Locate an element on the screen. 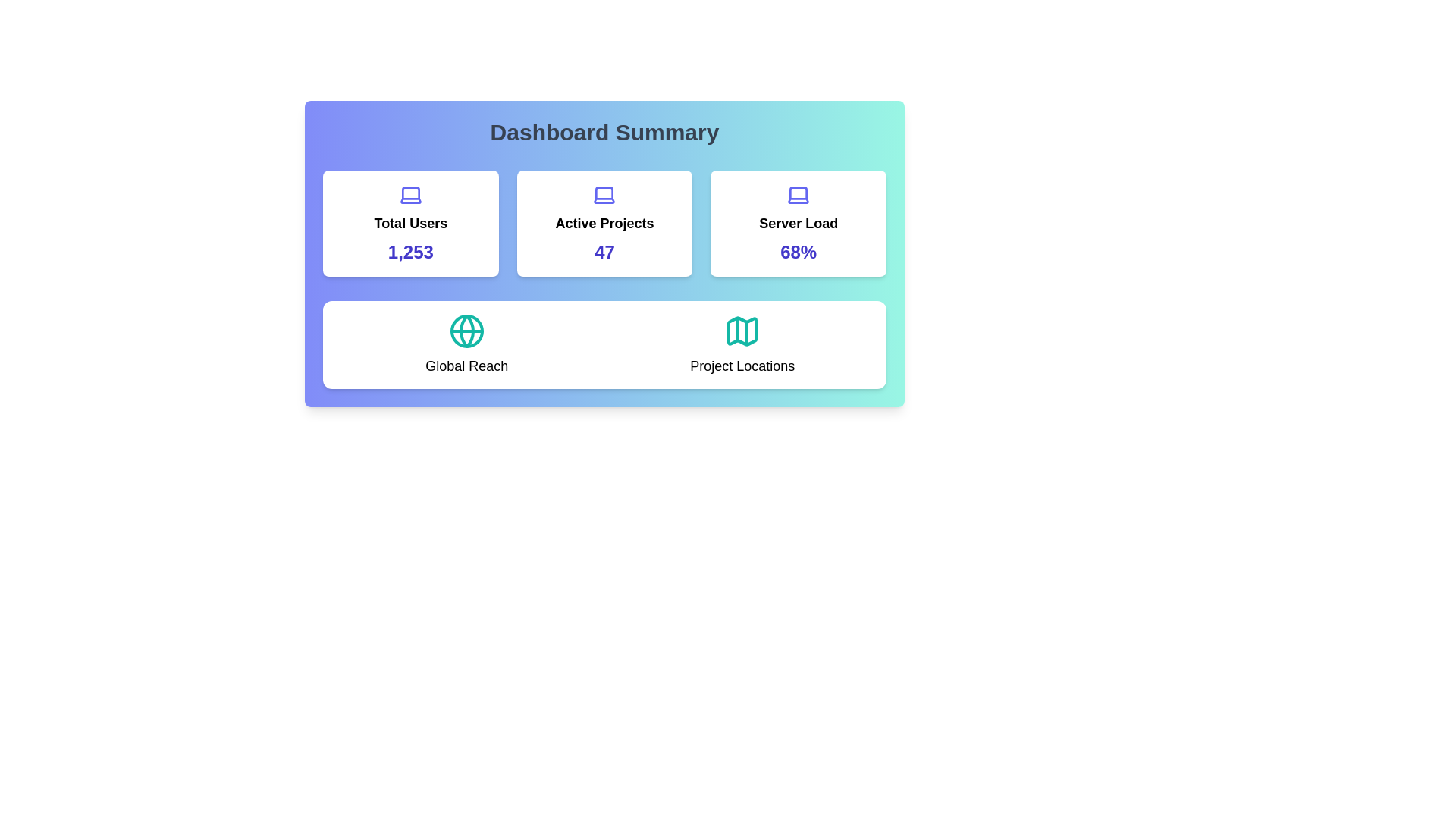 This screenshot has width=1456, height=819. the leftmost label with icon indicating global reach perspective, located under the summary boxes in the dashboard is located at coordinates (466, 345).